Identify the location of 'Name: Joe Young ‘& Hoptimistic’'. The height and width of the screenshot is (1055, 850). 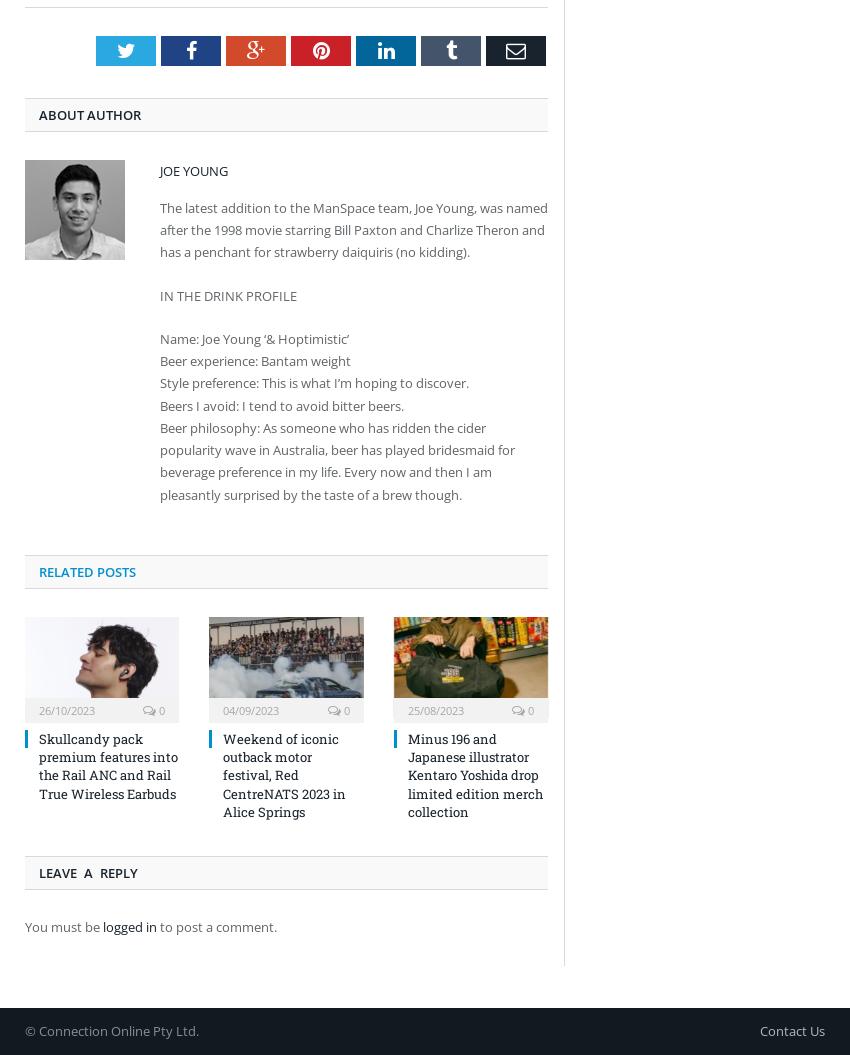
(254, 337).